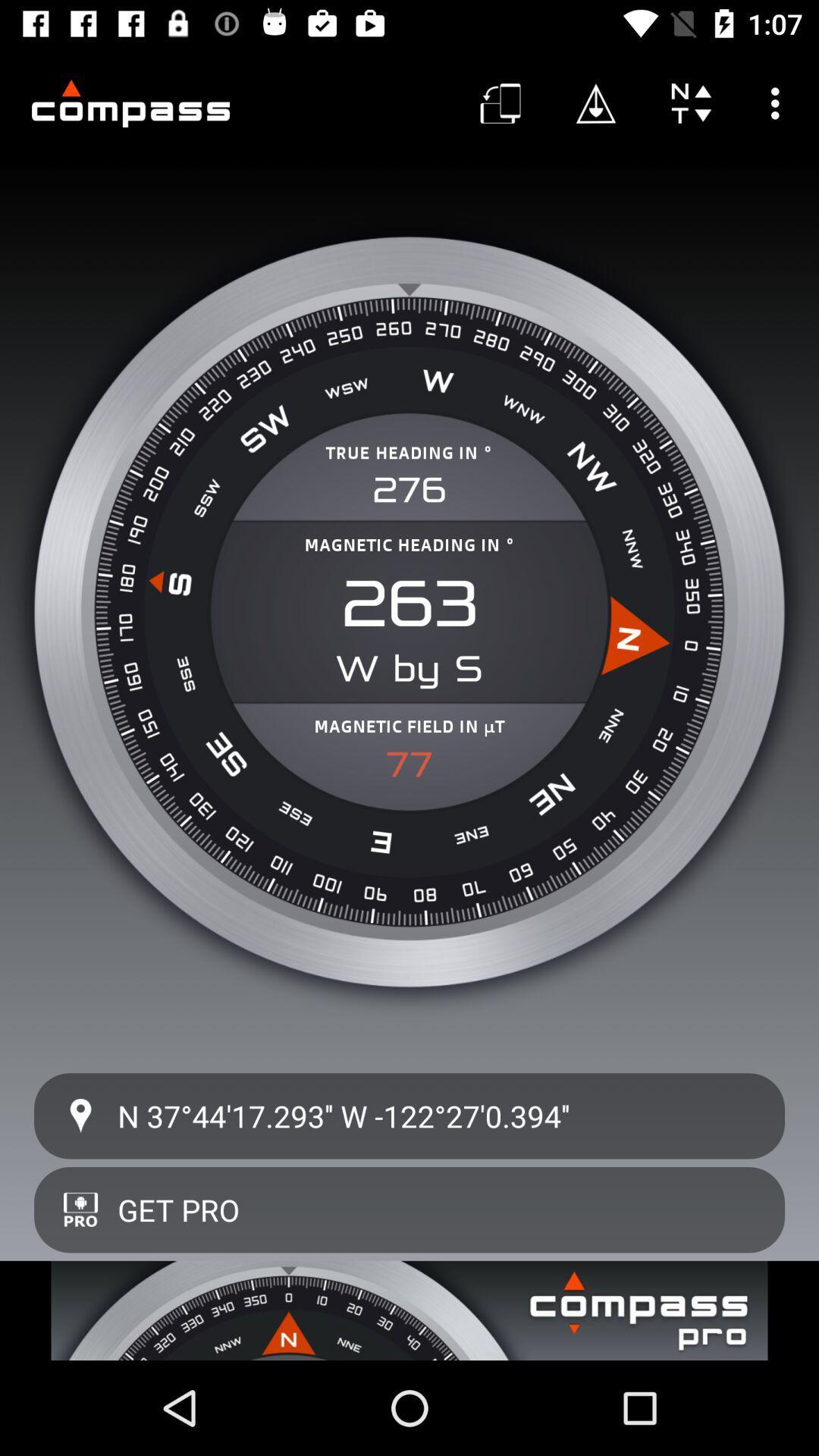  What do you see at coordinates (409, 668) in the screenshot?
I see `item above the magnetic field in icon` at bounding box center [409, 668].